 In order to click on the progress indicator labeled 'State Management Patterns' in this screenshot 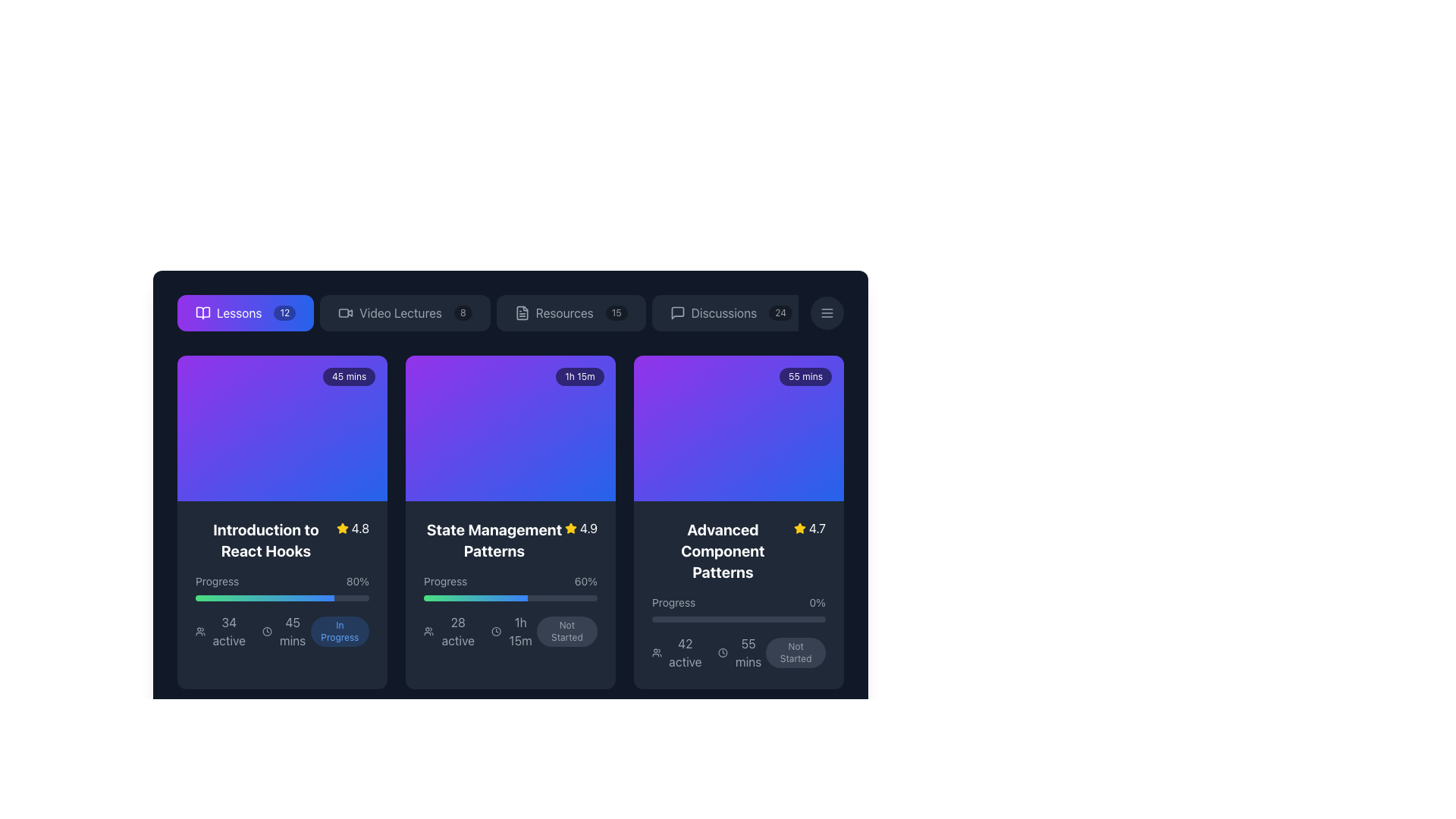, I will do `click(510, 587)`.